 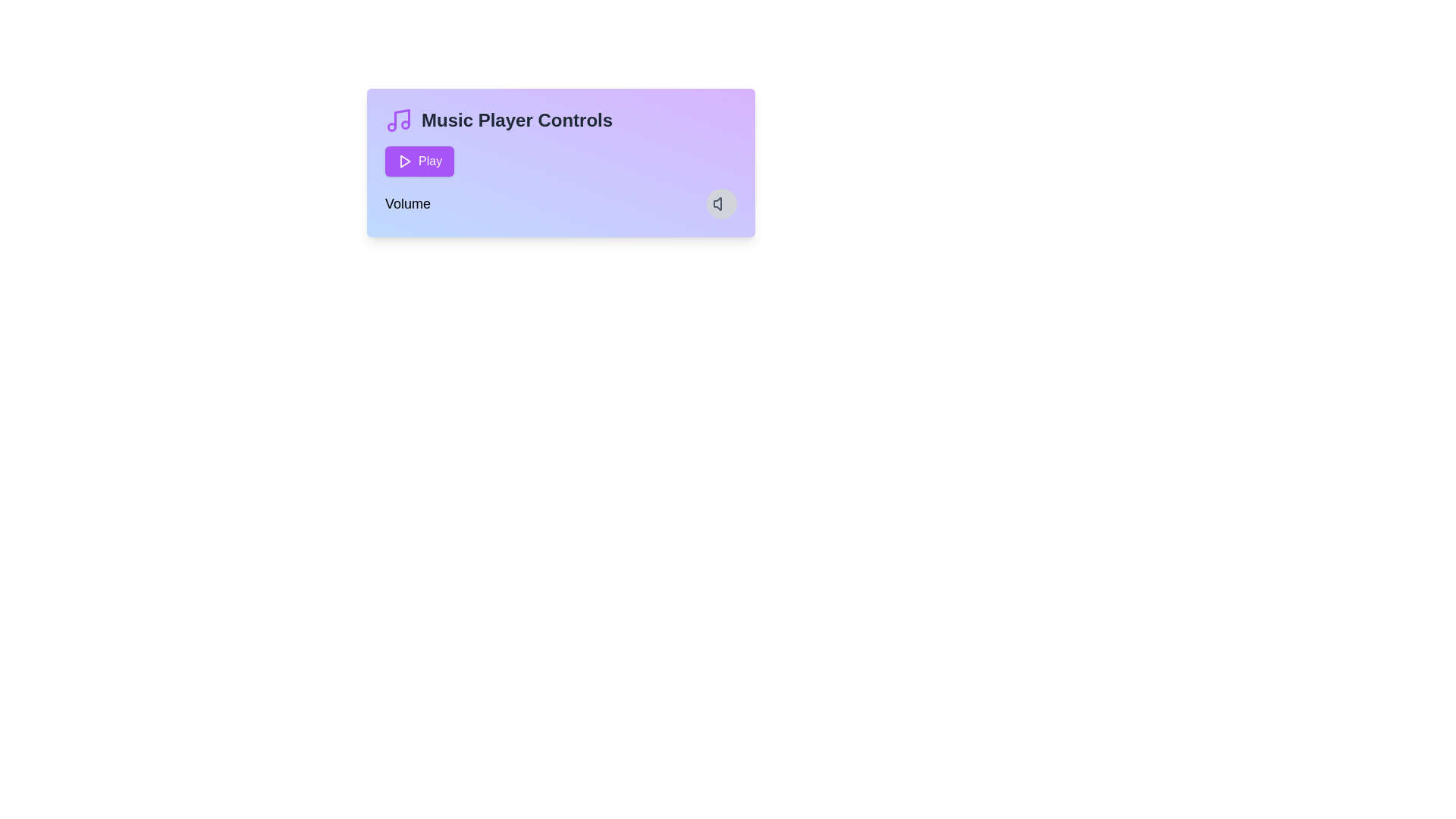 I want to click on the triangular purple play icon located inside the 'Play' button in the Music Player Controls section, so click(x=405, y=161).